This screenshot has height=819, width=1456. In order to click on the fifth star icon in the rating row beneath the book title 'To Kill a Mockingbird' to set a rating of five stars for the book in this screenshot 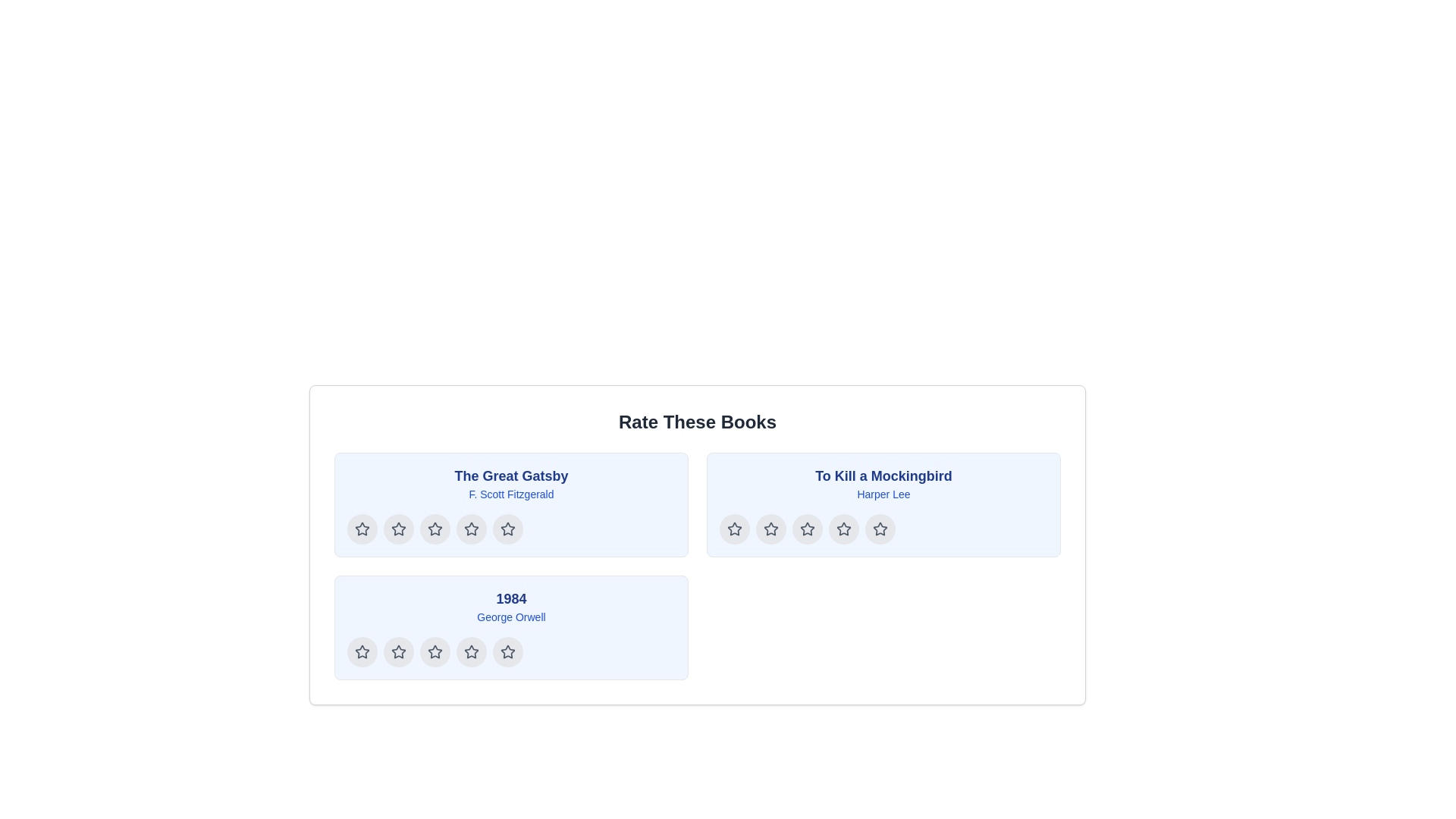, I will do `click(880, 528)`.